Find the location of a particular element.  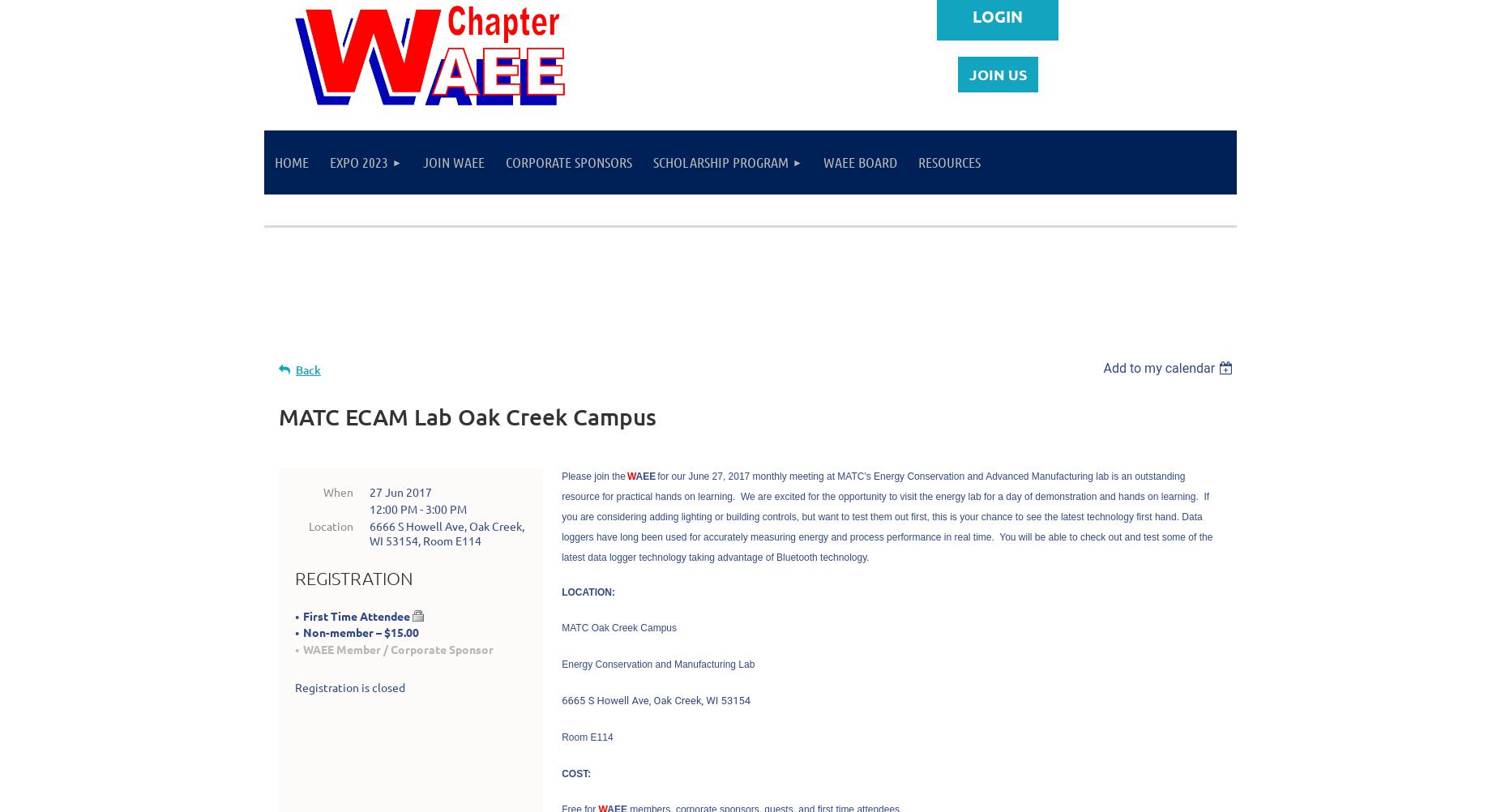

'Location' is located at coordinates (331, 524).